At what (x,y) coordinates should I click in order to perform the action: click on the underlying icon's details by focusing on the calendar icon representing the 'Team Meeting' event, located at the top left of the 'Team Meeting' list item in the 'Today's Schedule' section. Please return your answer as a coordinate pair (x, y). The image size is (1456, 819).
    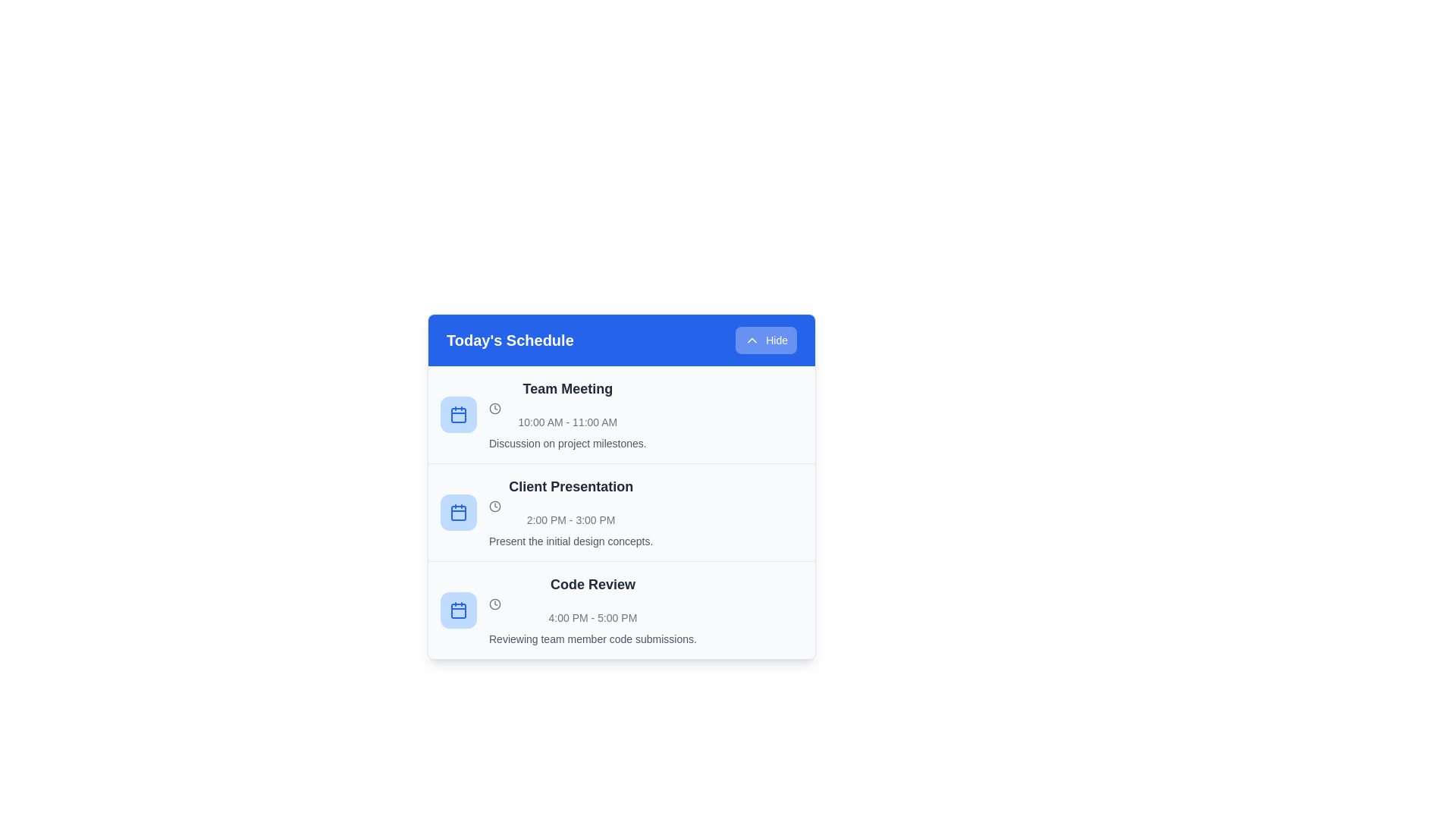
    Looking at the image, I should click on (457, 415).